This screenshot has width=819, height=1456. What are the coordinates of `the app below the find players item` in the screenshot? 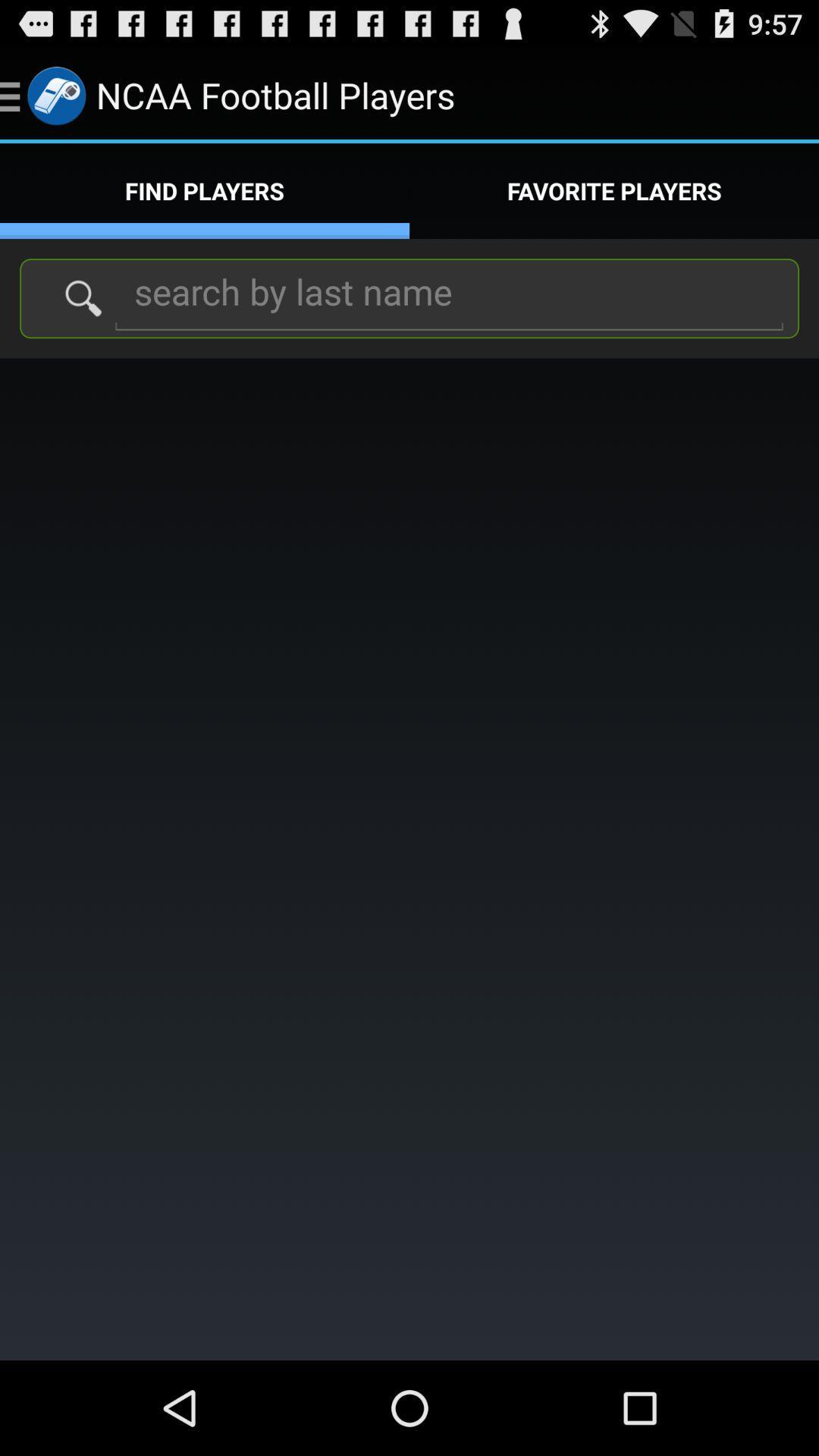 It's located at (448, 297).